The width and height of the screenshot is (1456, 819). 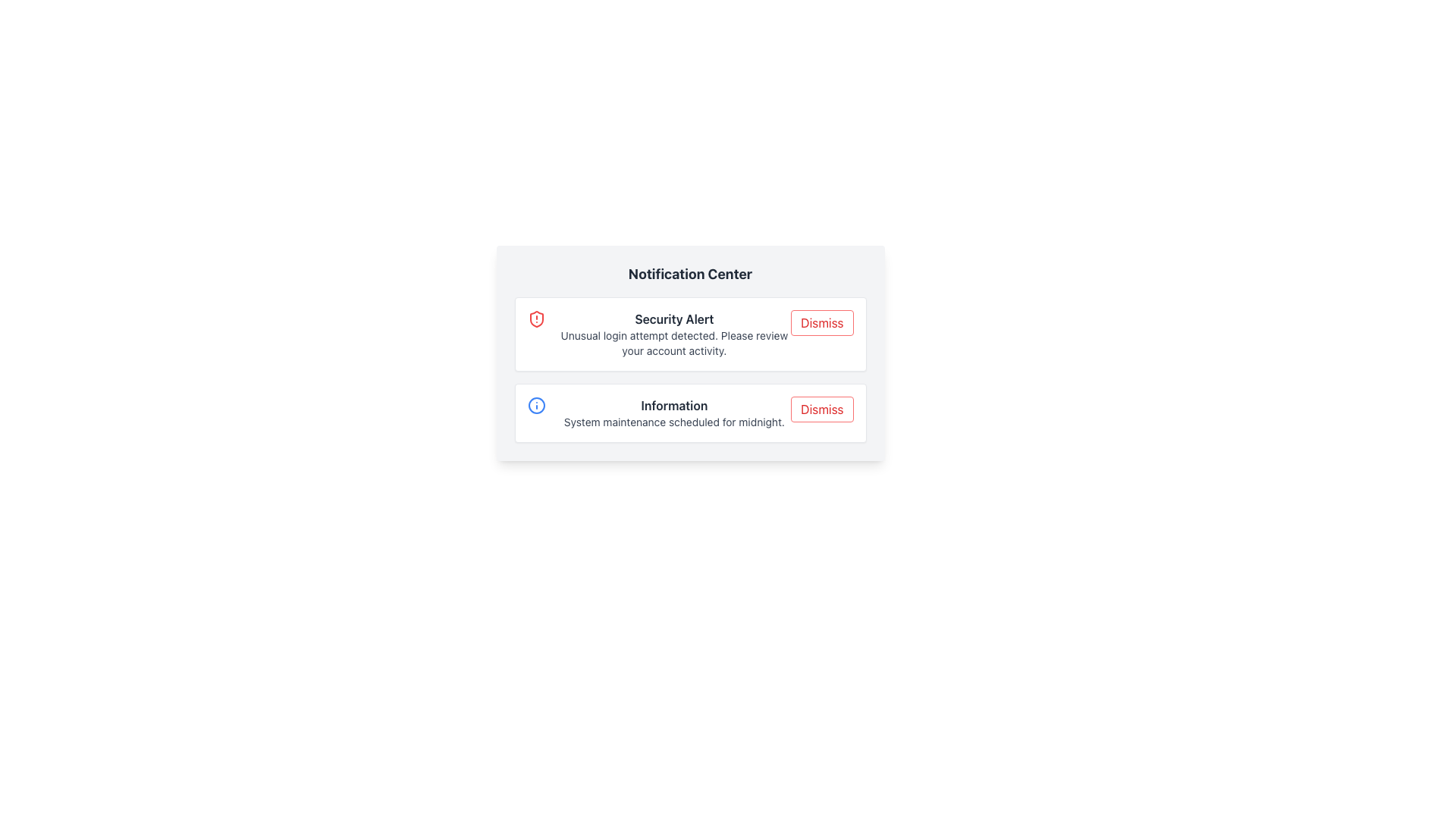 I want to click on the 'Dismiss' button with a red border and text, so click(x=821, y=409).